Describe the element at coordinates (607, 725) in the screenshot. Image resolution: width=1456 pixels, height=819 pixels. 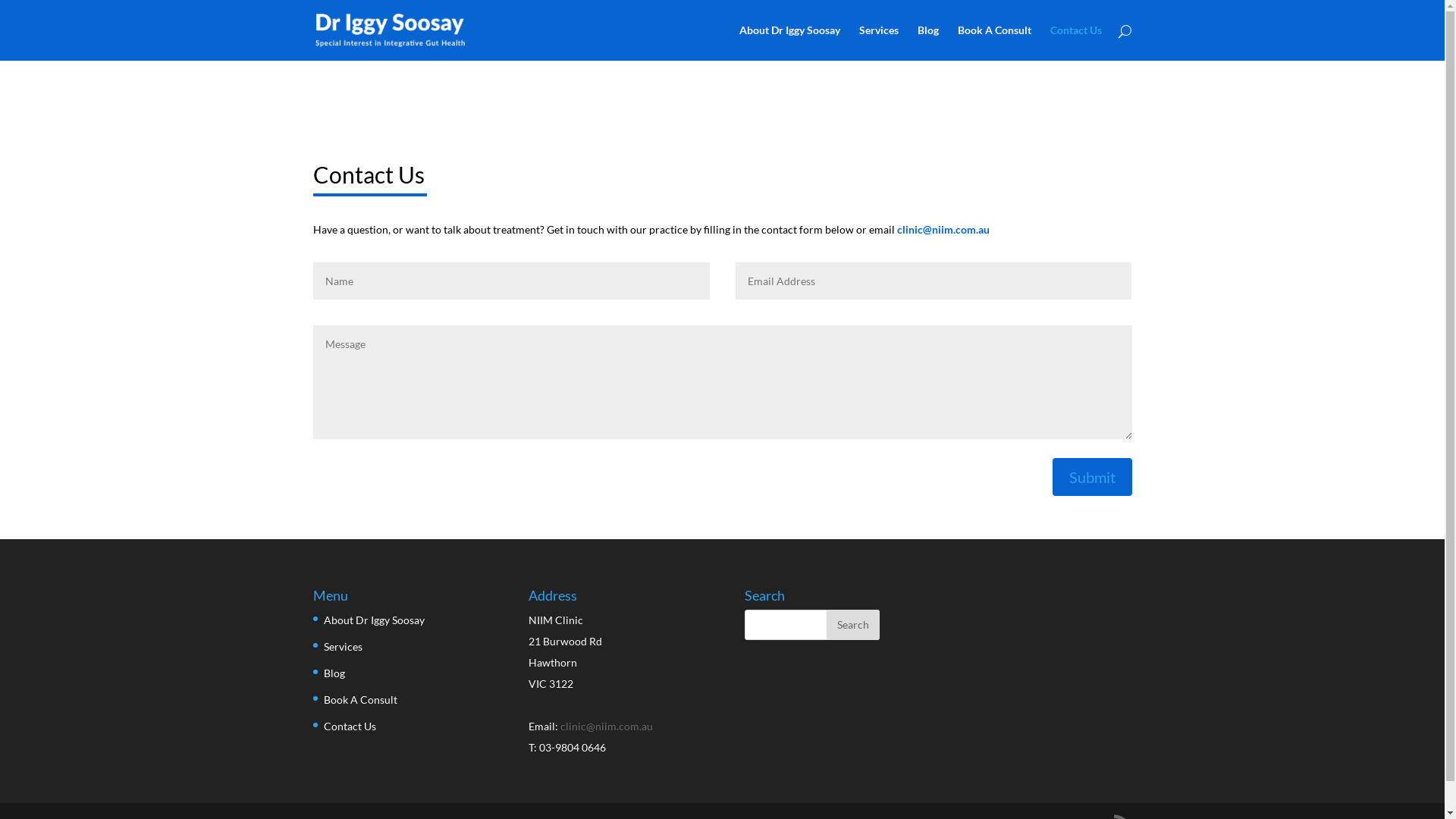
I see `'clinic@niim.com.au'` at that location.